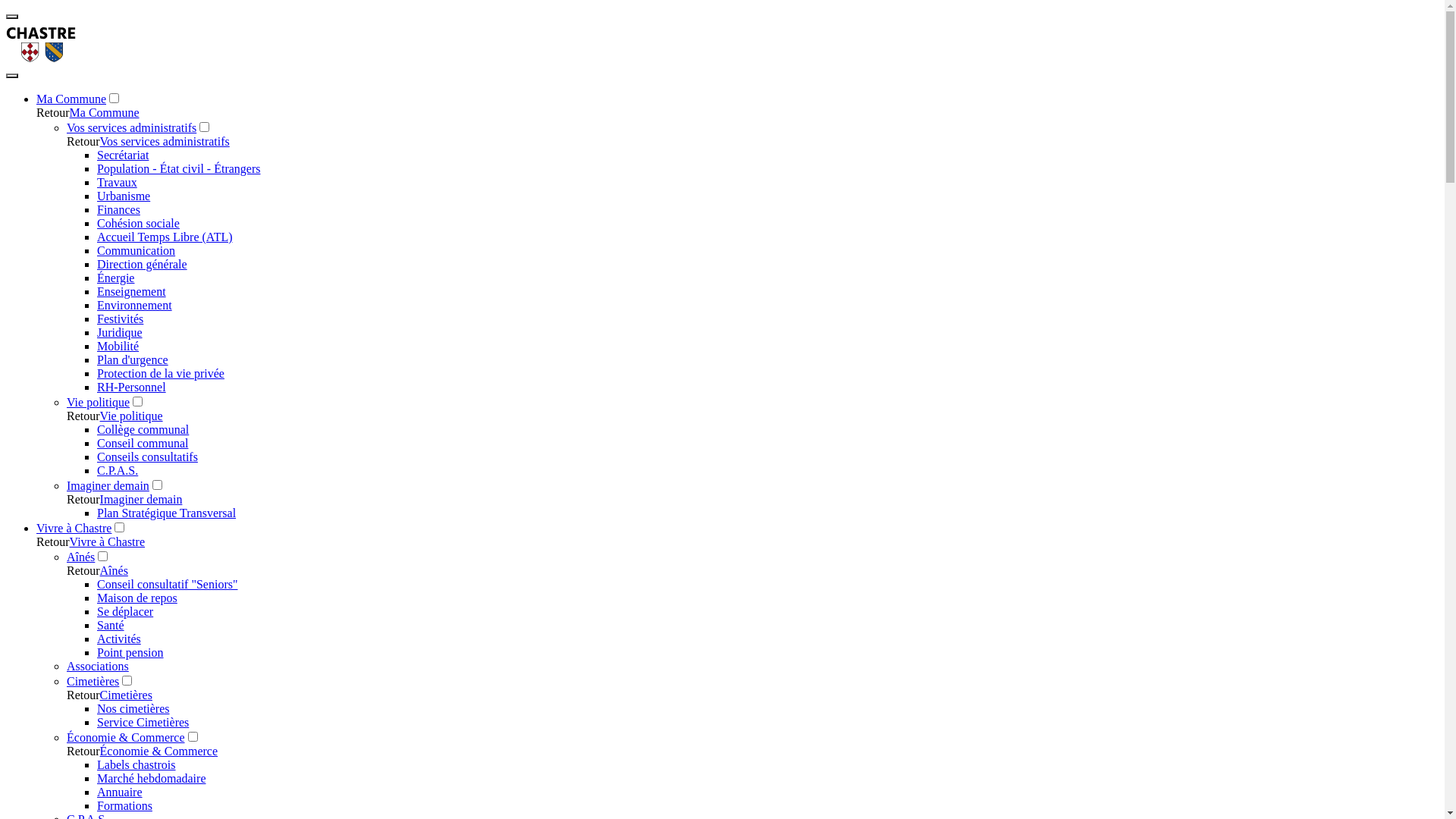  Describe the element at coordinates (142, 443) in the screenshot. I see `'Conseil communal'` at that location.